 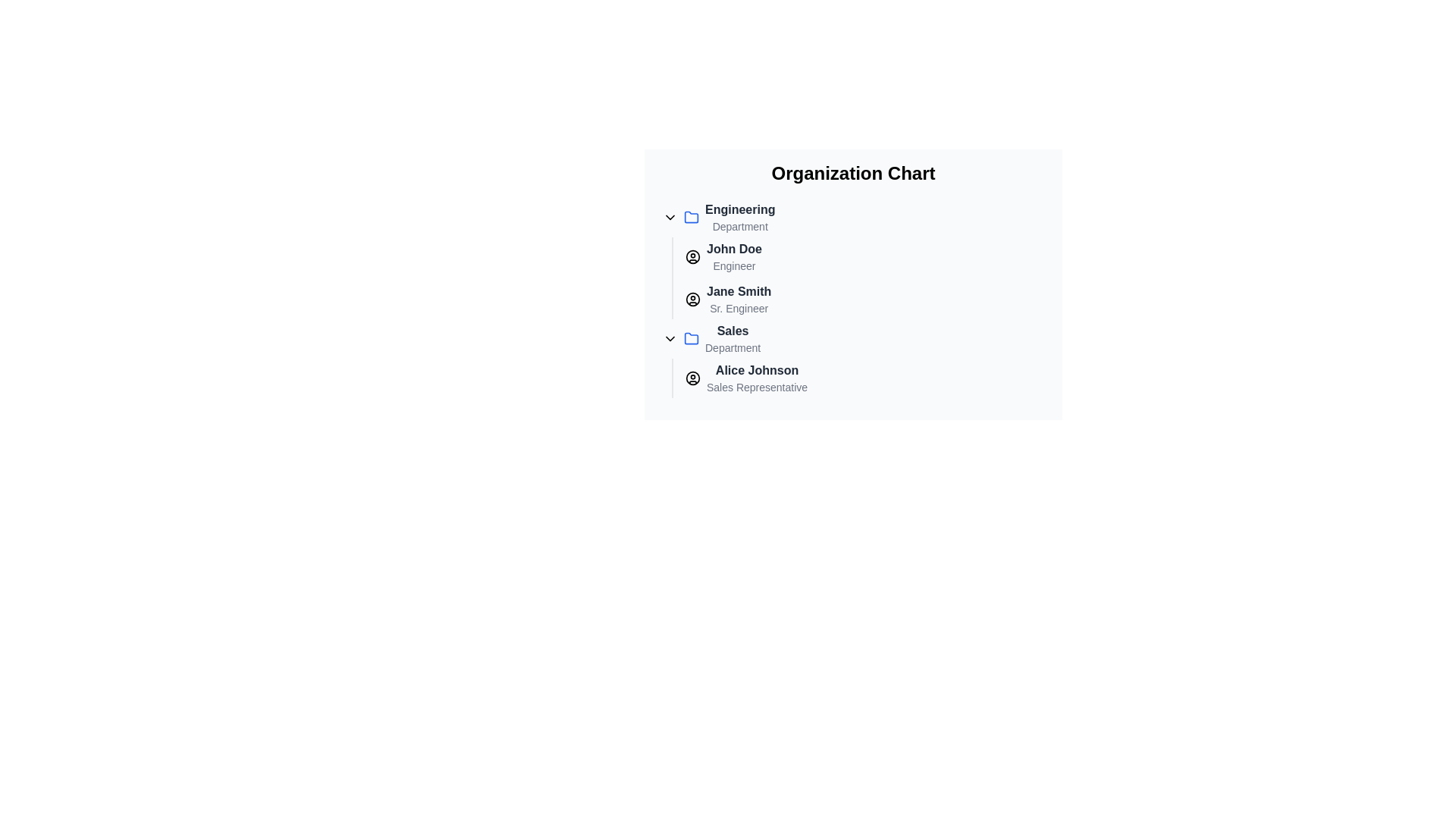 What do you see at coordinates (669, 338) in the screenshot?
I see `the downward-pointing chevron icon button located next to the text 'Sales'` at bounding box center [669, 338].